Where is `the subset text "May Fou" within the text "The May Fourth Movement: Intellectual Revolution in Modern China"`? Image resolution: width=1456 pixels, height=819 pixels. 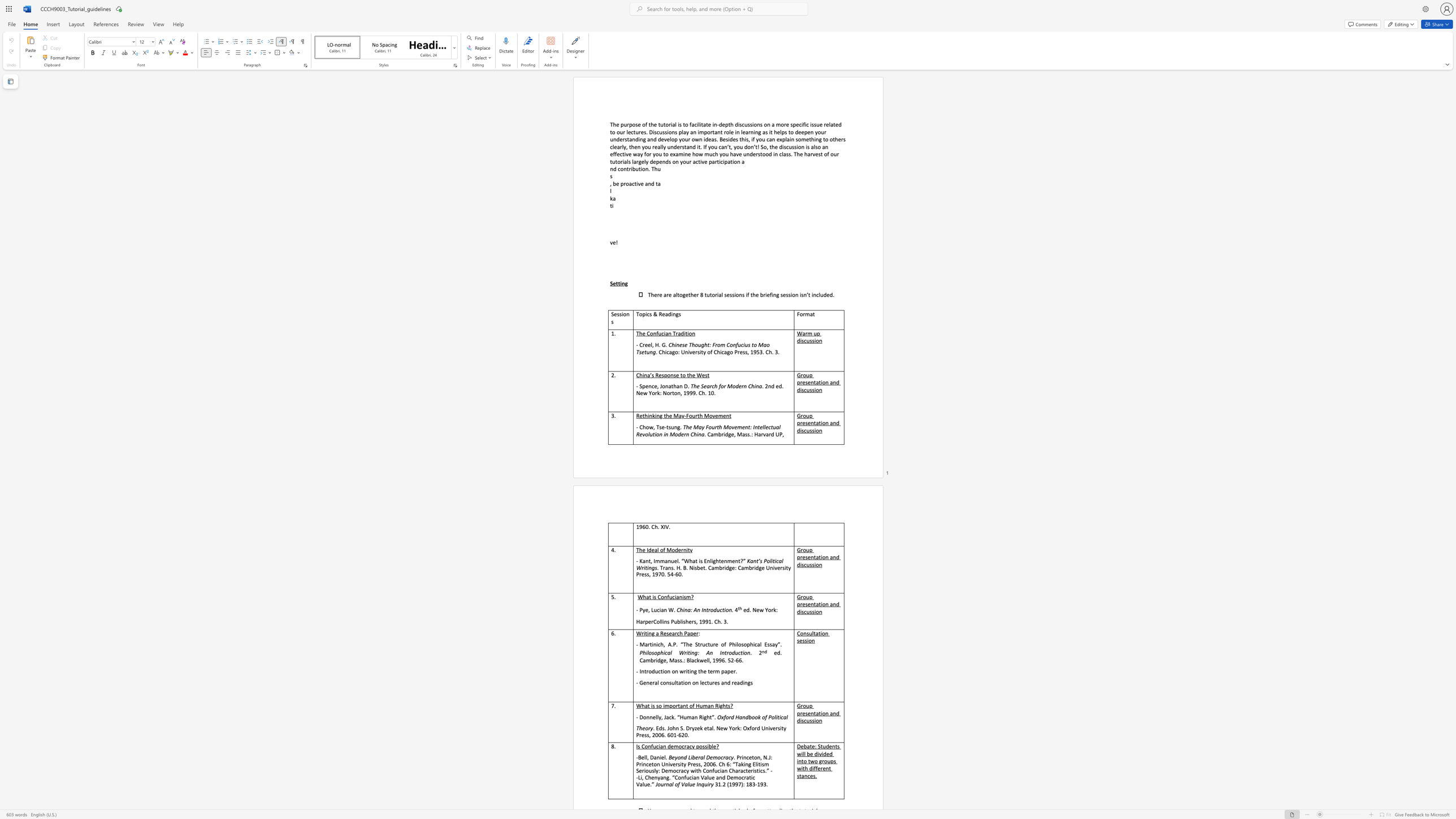
the subset text "May Fou" within the text "The May Fourth Movement: Intellectual Revolution in Modern China" is located at coordinates (693, 427).